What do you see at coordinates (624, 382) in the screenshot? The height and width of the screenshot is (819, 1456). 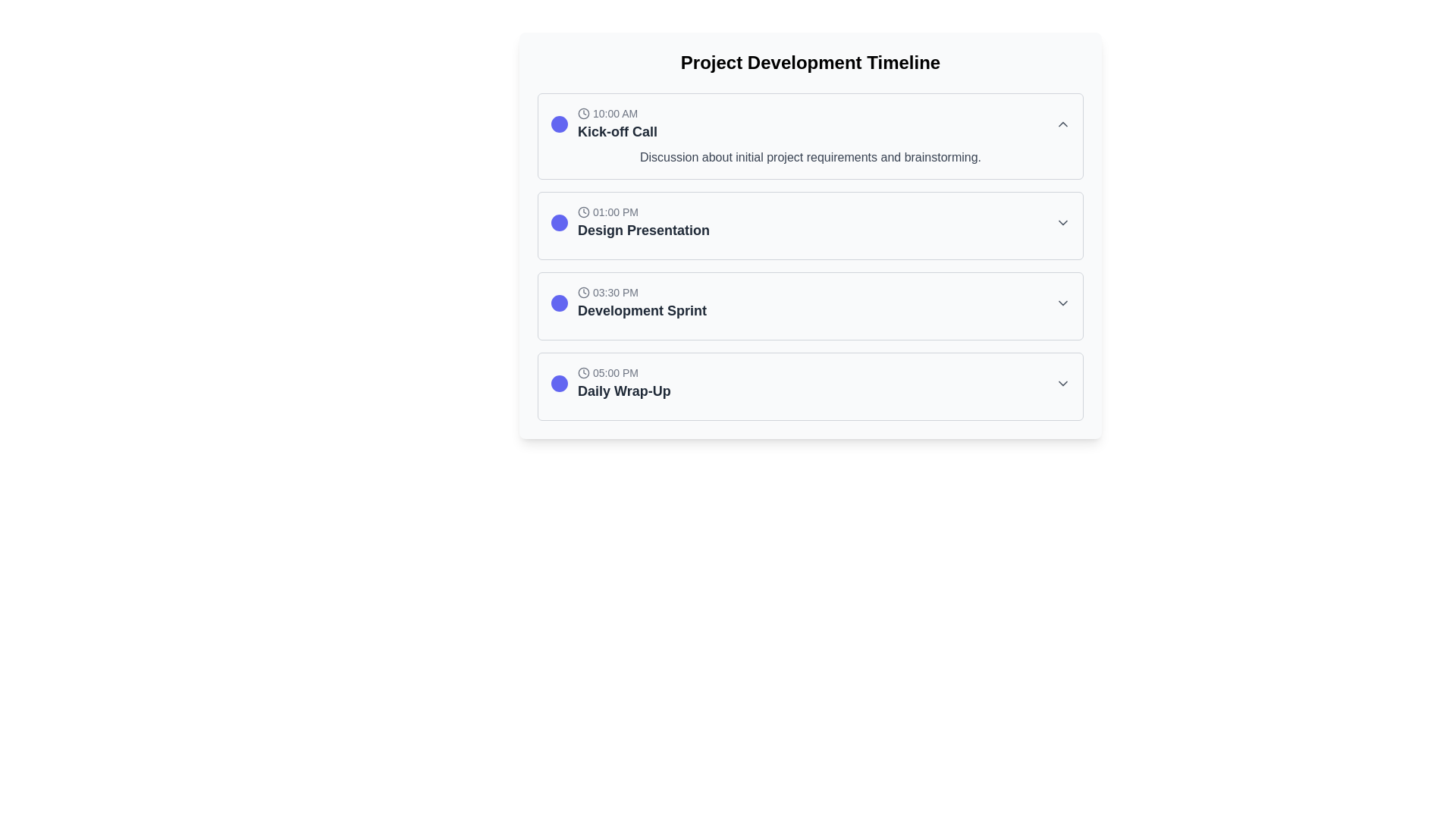 I see `the display label representing the scheduled event located as the fourth item in the vertical list of event entries, below the 'Development Sprint' item` at bounding box center [624, 382].